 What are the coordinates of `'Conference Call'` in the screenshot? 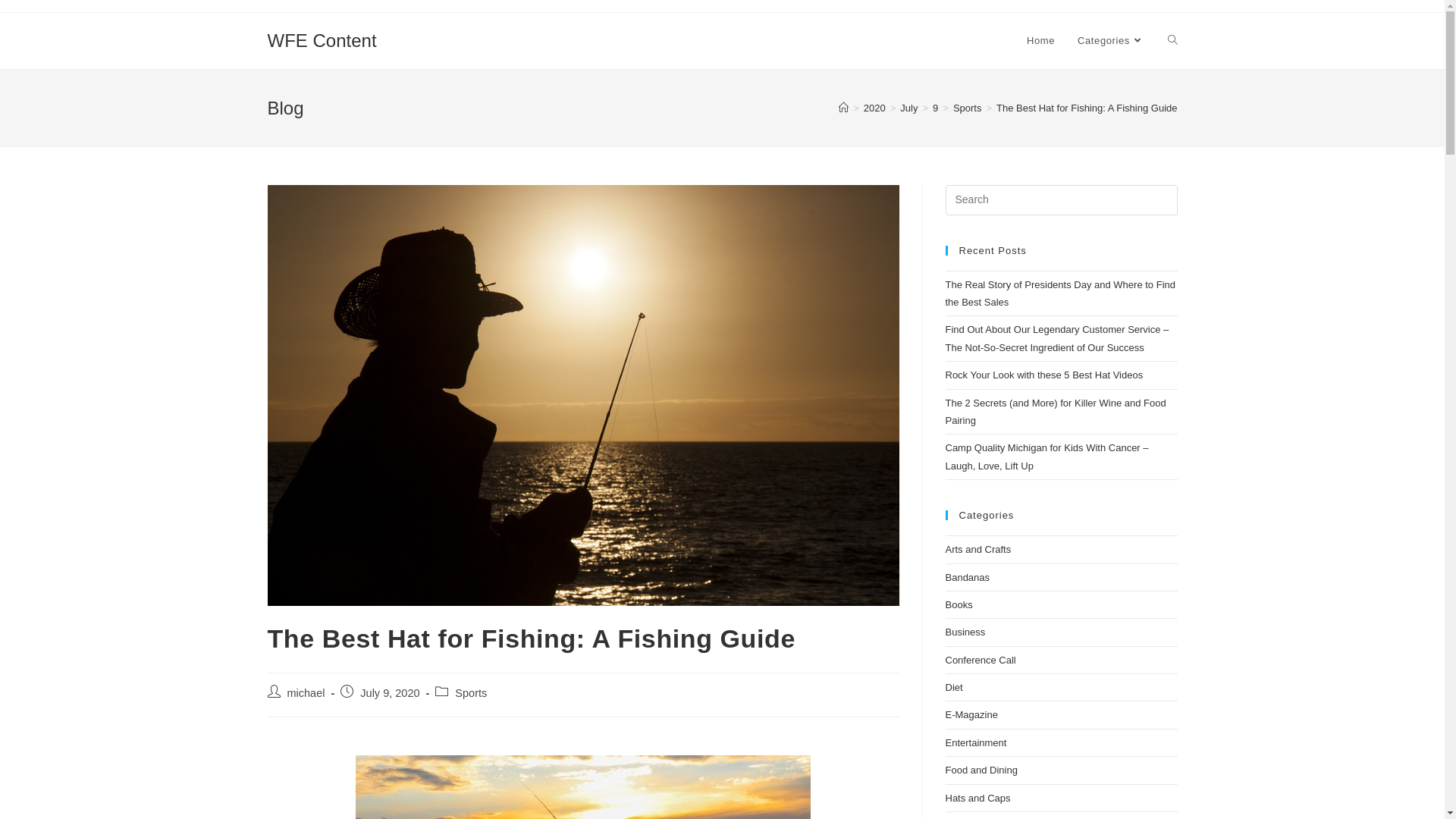 It's located at (980, 659).